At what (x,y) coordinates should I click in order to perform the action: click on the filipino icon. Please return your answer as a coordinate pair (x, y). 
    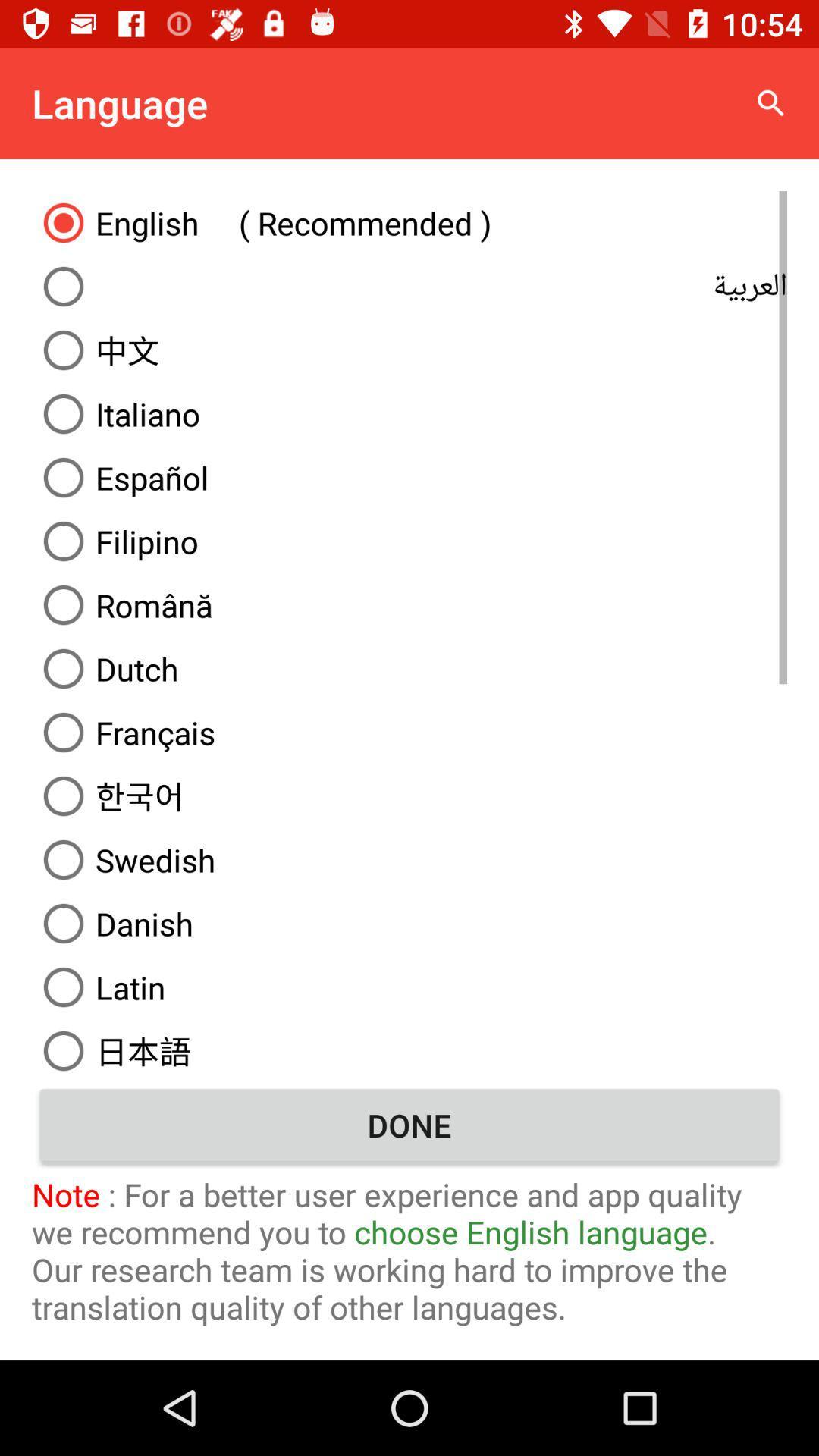
    Looking at the image, I should click on (409, 541).